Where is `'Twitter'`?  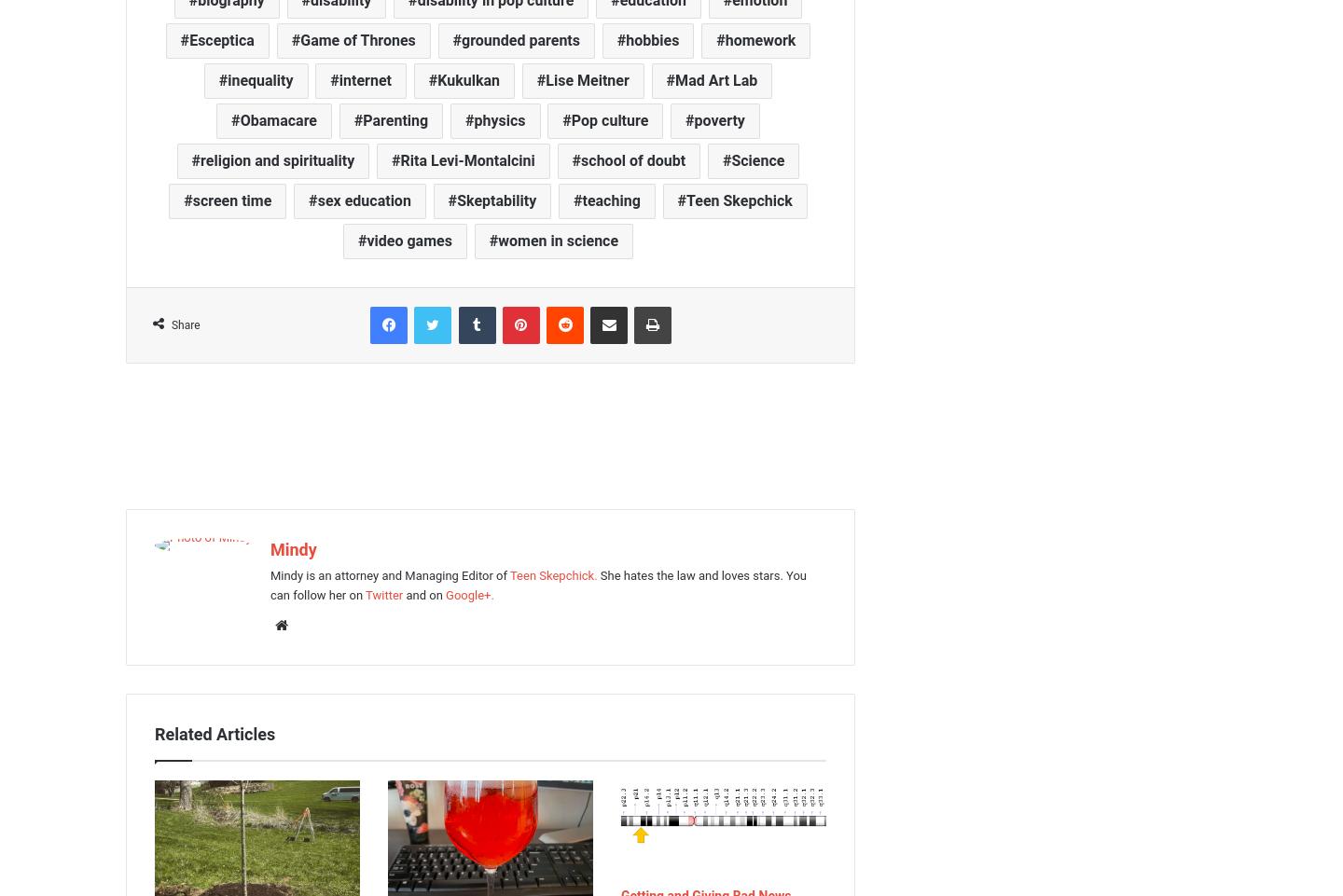
'Twitter' is located at coordinates (364, 594).